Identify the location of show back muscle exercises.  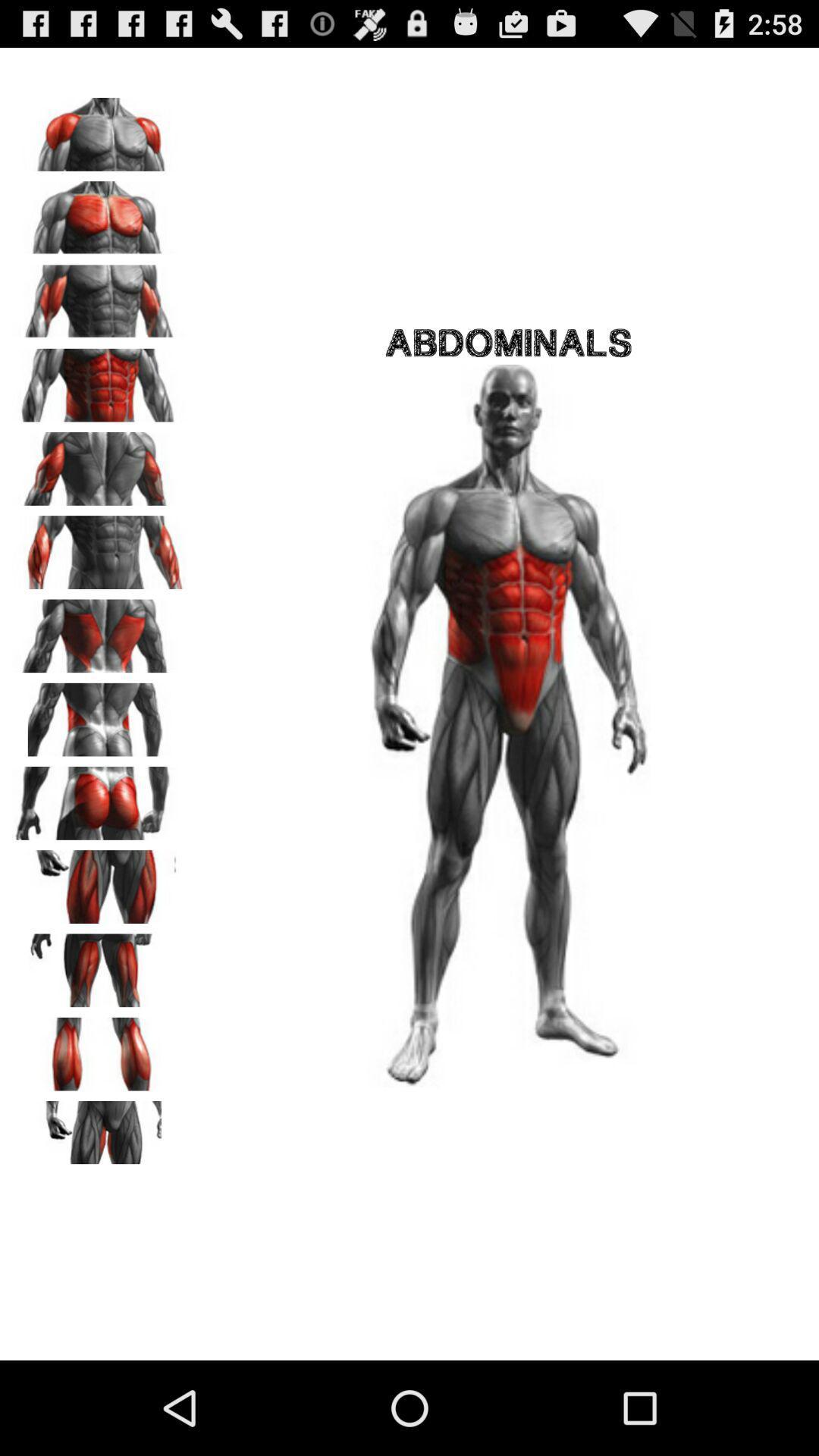
(99, 631).